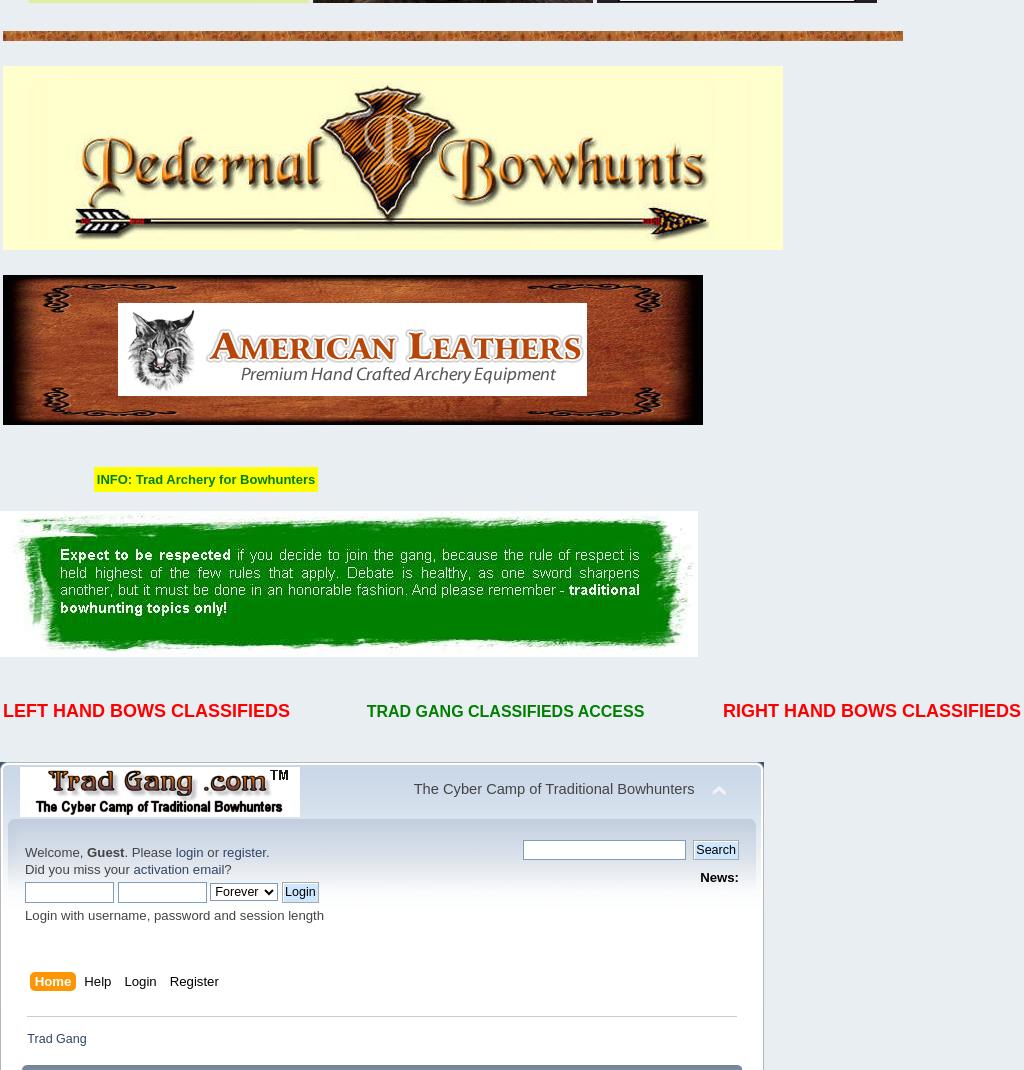  What do you see at coordinates (174, 913) in the screenshot?
I see `'Login with username, password and session length'` at bounding box center [174, 913].